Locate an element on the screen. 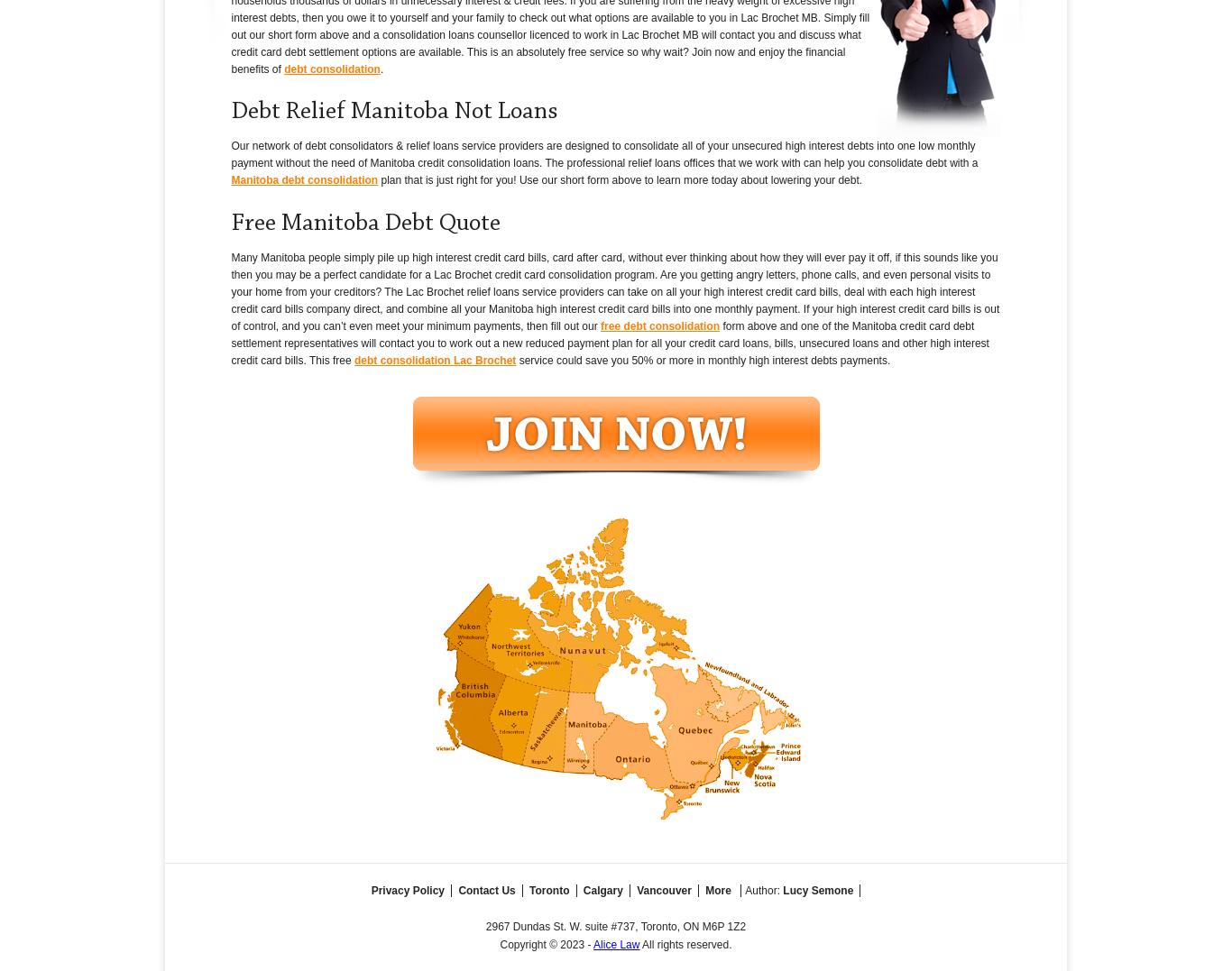 The image size is (1232, 971). '.' is located at coordinates (381, 69).